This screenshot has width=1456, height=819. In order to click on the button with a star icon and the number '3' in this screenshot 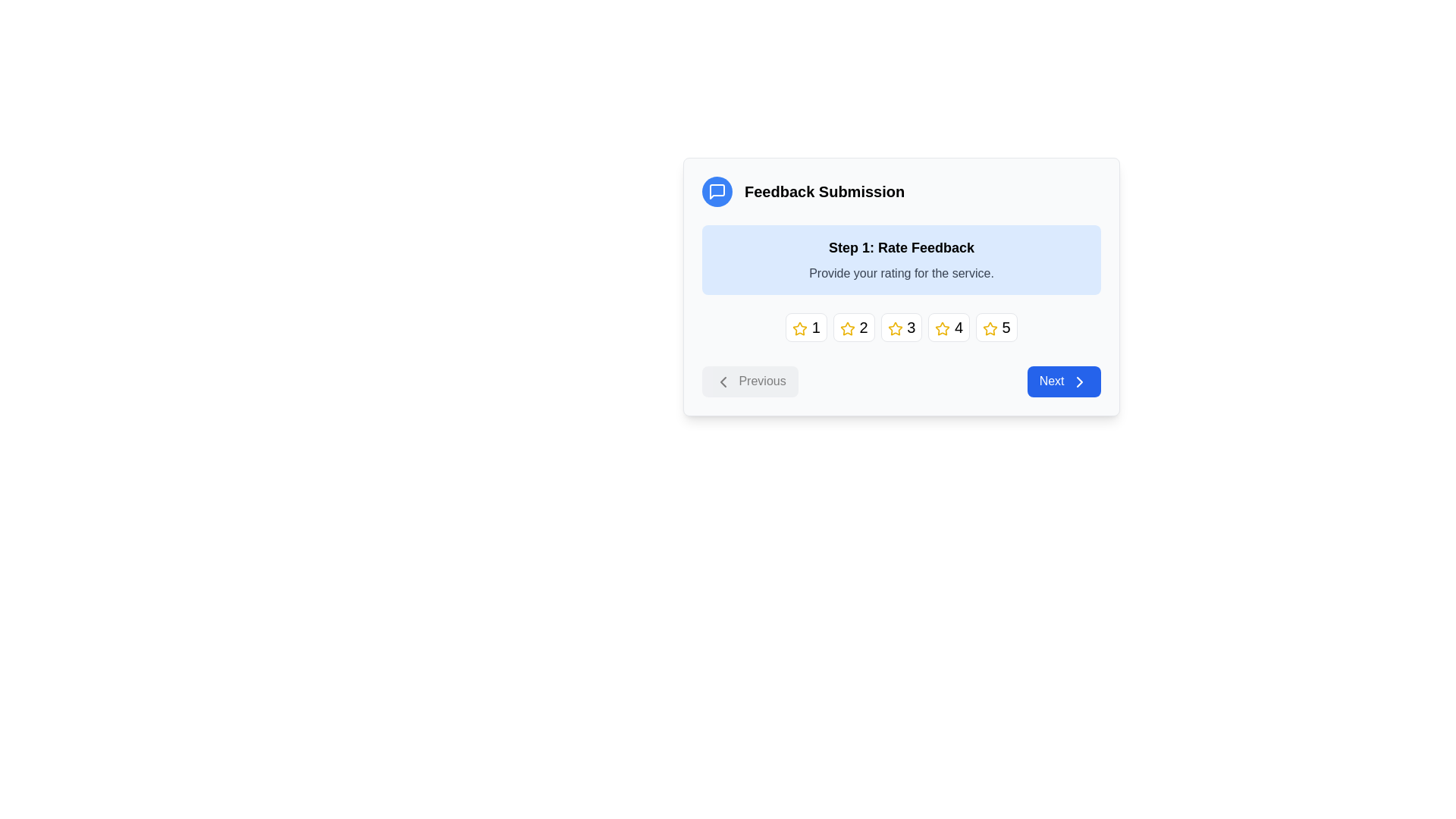, I will do `click(902, 327)`.